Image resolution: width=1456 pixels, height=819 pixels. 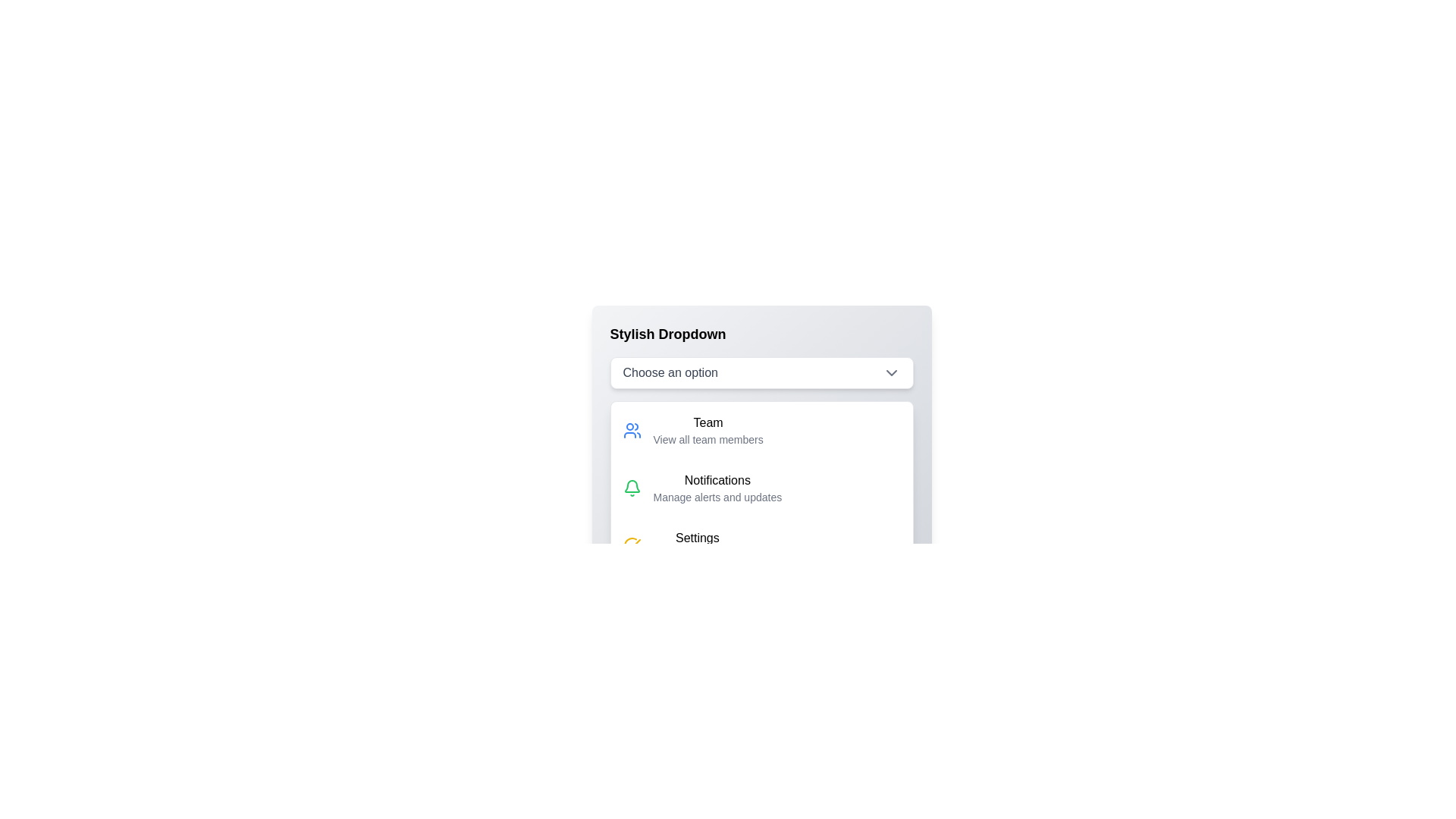 What do you see at coordinates (717, 497) in the screenshot?
I see `the text label that displays 'Manage alerts and updates', which is located beneath the 'Notifications' label in the dropdown menu` at bounding box center [717, 497].